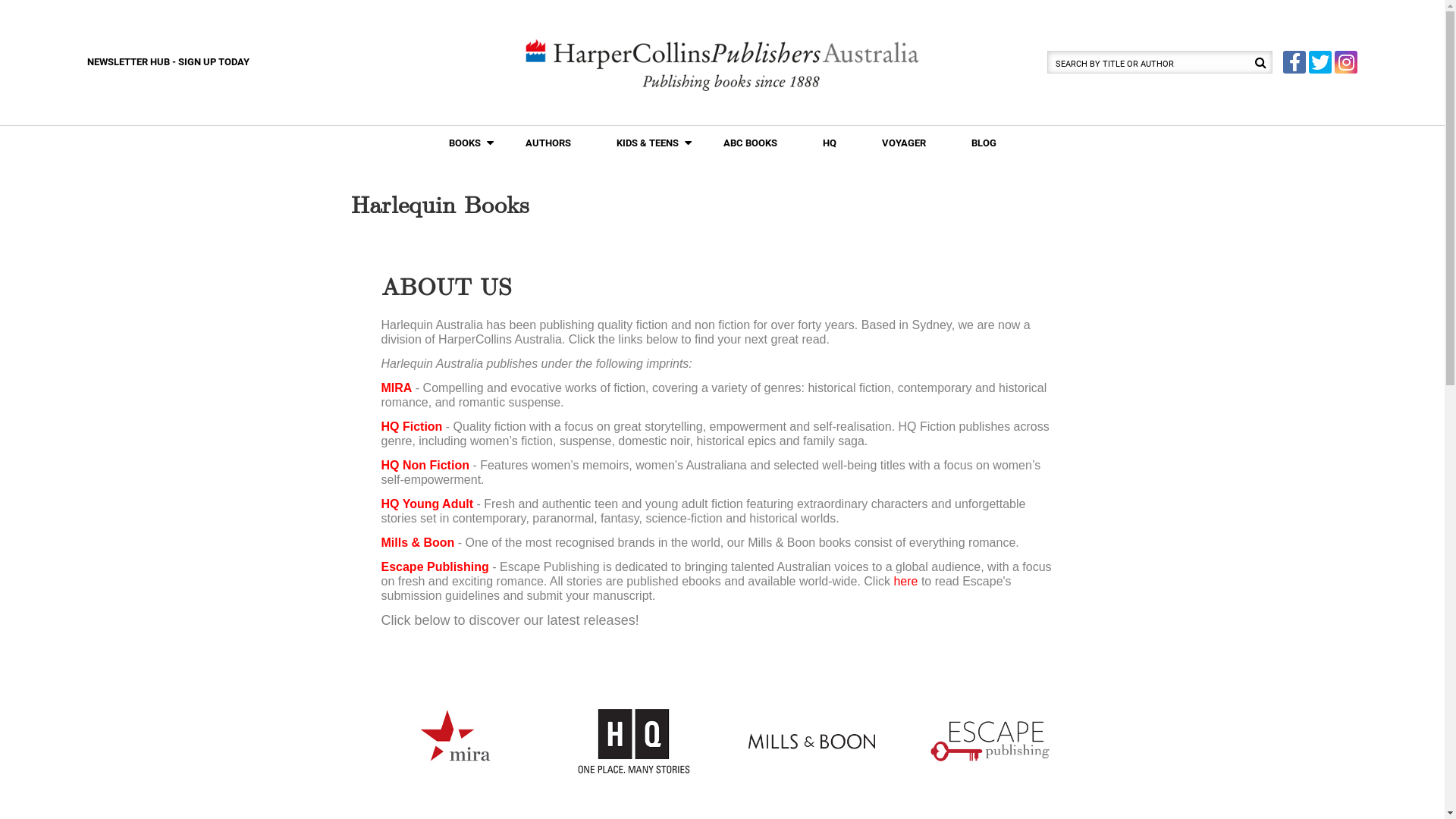 The image size is (1456, 819). Describe the element at coordinates (546, 143) in the screenshot. I see `'AUTHORS'` at that location.